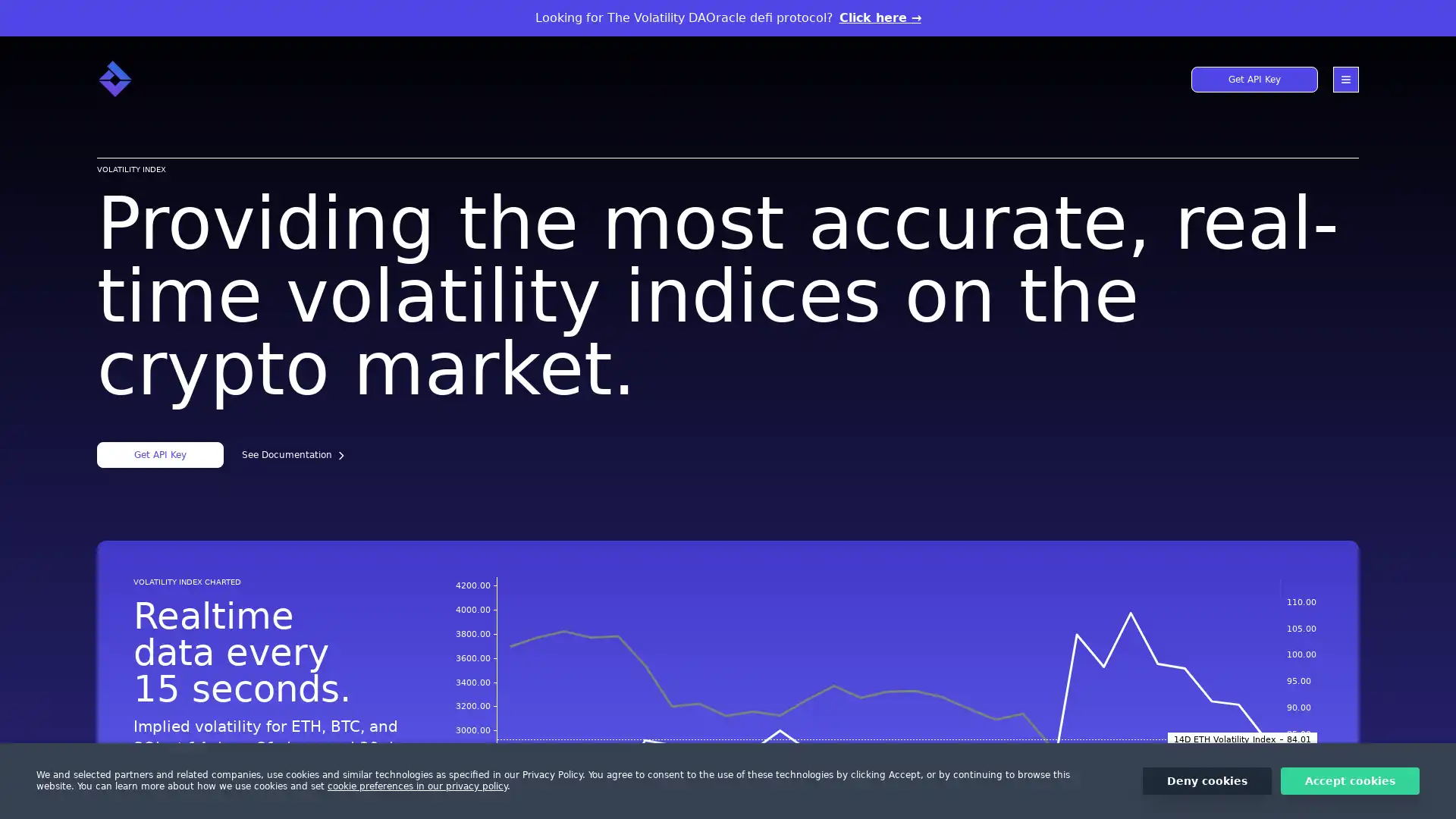  What do you see at coordinates (1207, 780) in the screenshot?
I see `Deny cookies` at bounding box center [1207, 780].